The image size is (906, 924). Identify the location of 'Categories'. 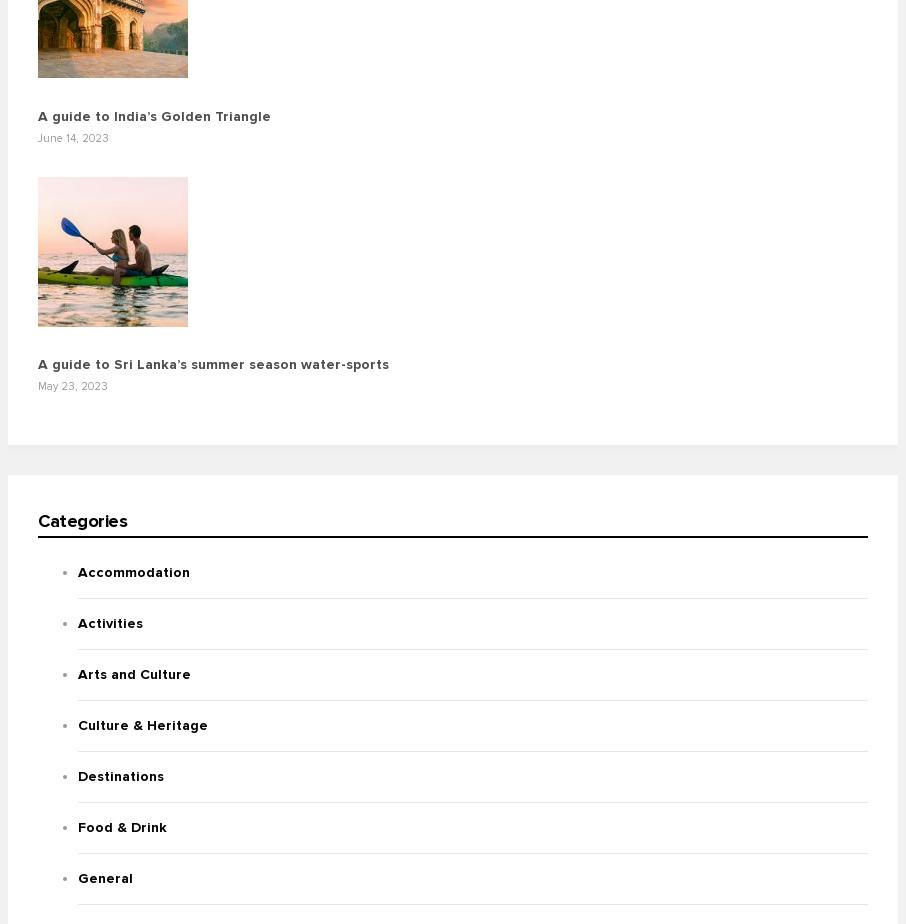
(82, 521).